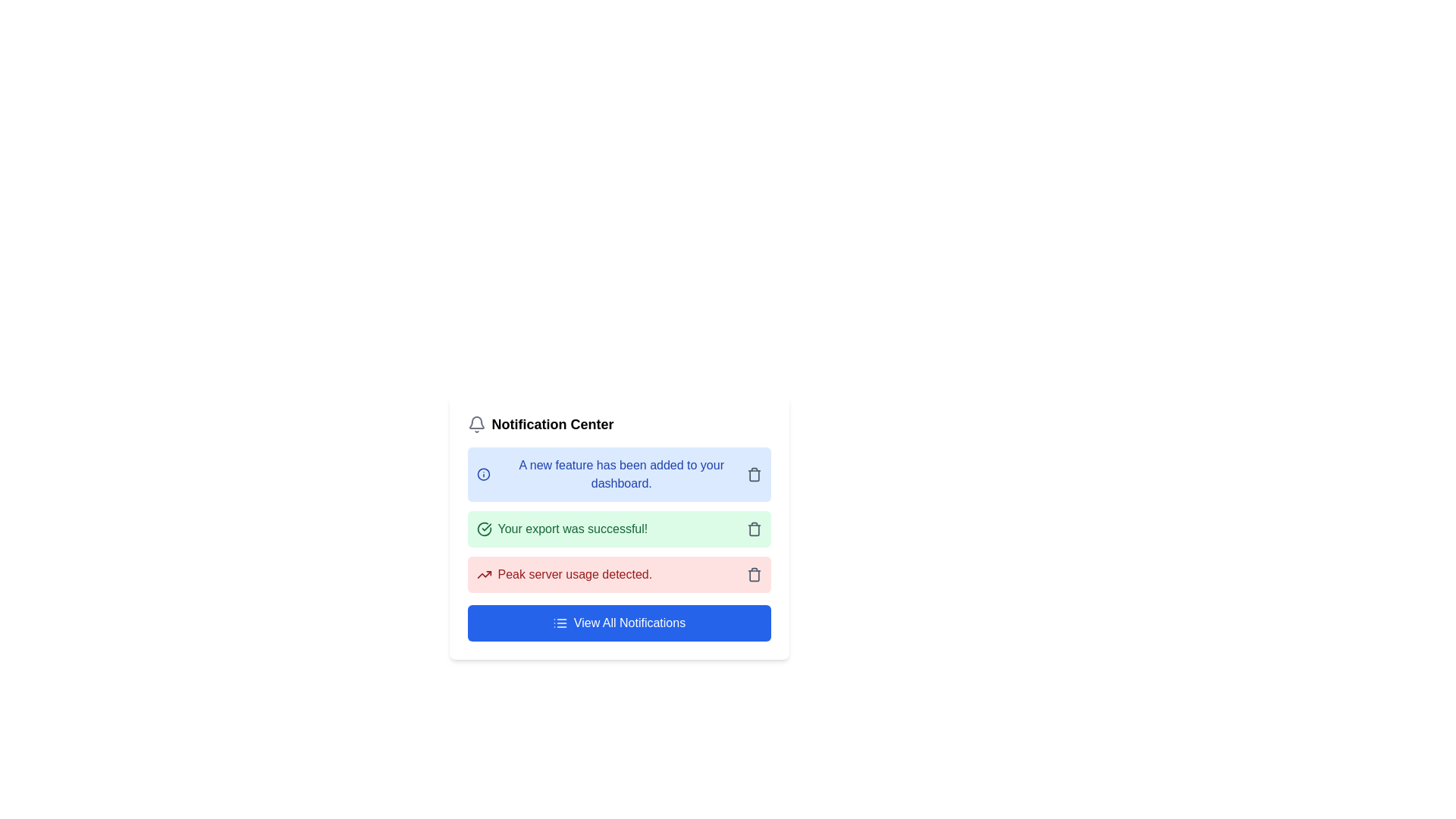 The image size is (1456, 819). Describe the element at coordinates (483, 575) in the screenshot. I see `the icon representing a trend or alert about server usage, which is located to the left of the notification text 'Peak server usage detected.'` at that location.